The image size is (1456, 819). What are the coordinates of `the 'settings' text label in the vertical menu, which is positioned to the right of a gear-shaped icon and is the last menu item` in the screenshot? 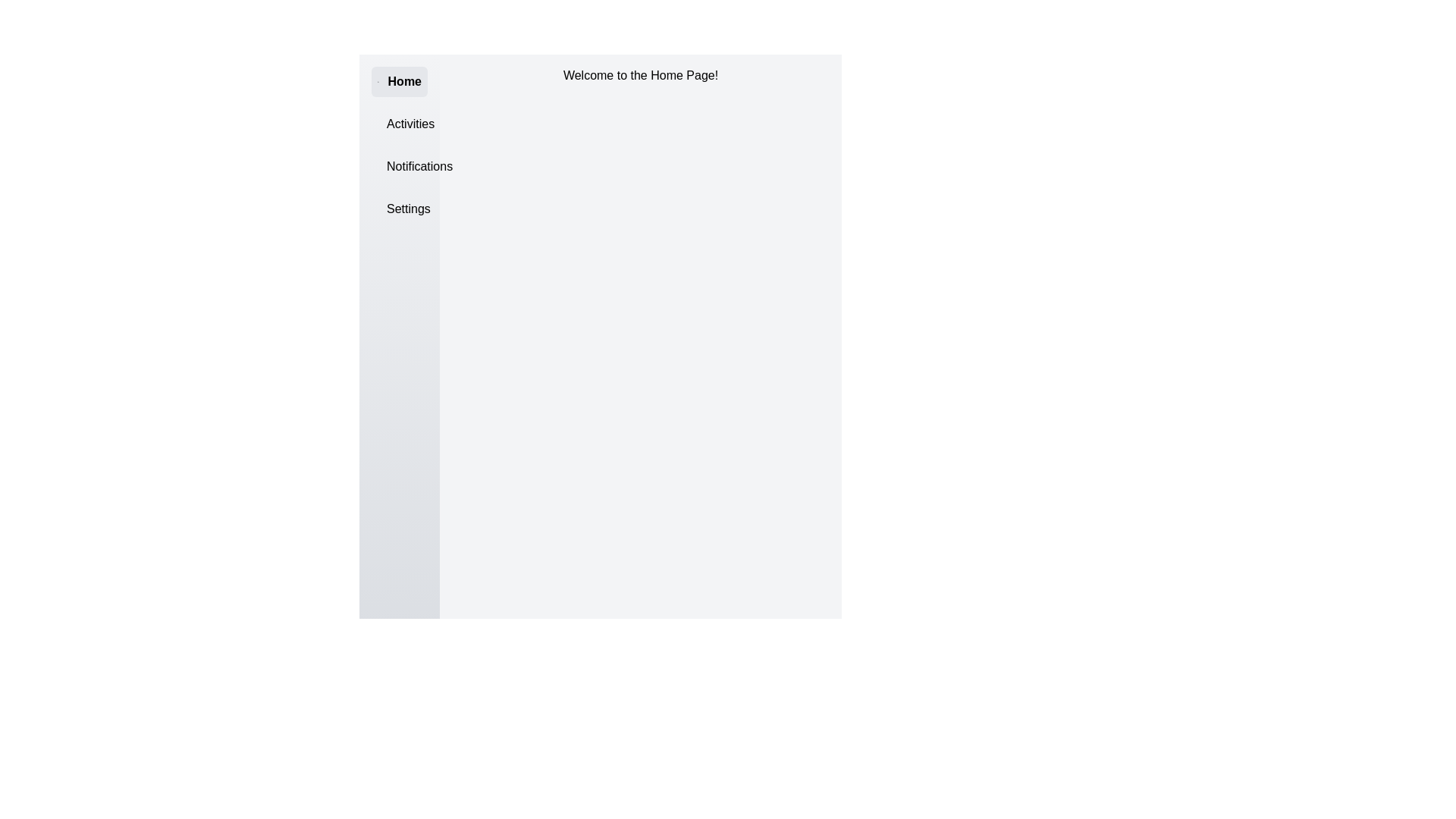 It's located at (408, 209).